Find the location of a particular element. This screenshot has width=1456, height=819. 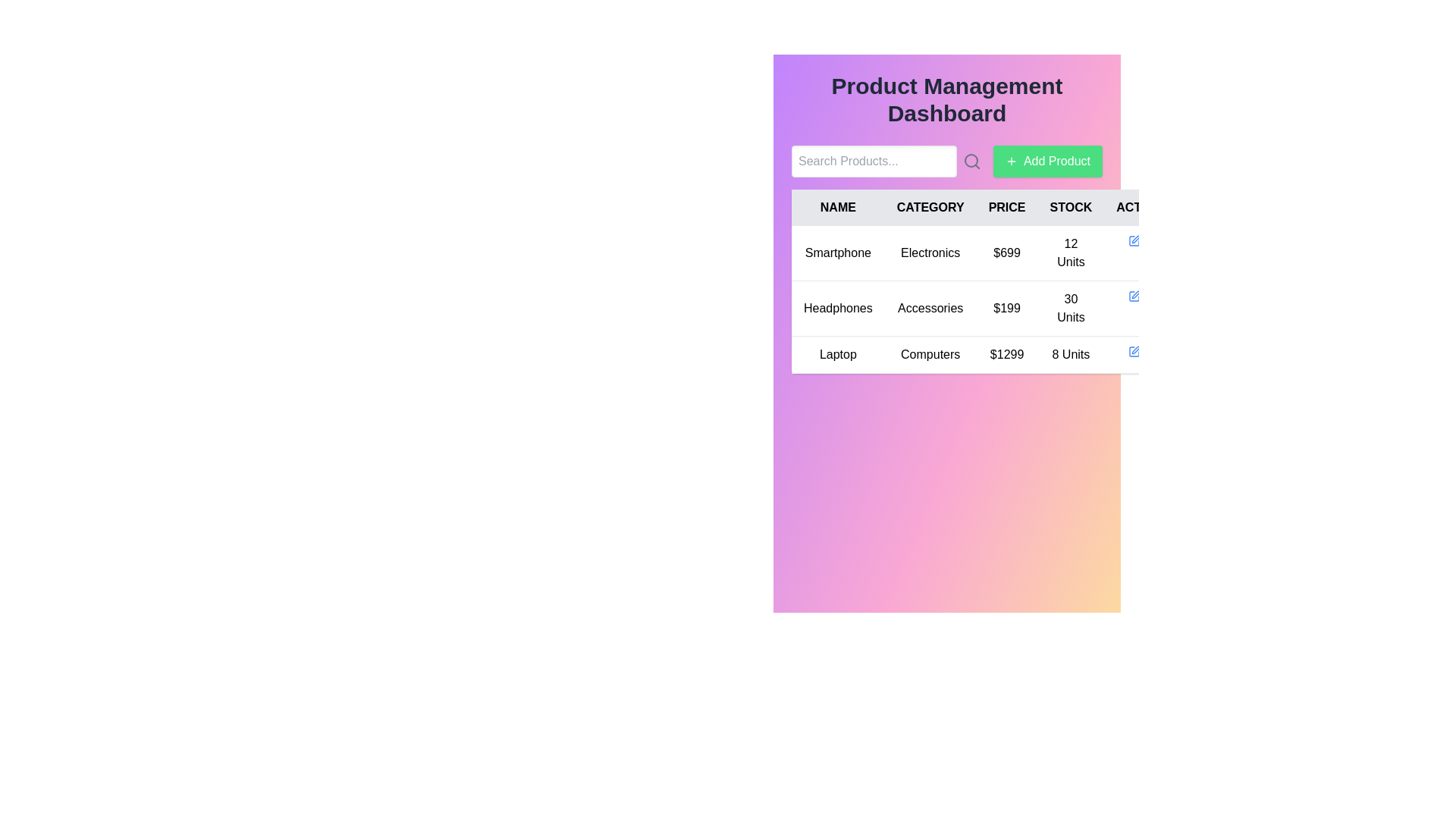

the 'Computers' label located in the CATEGORY column of the table interface, which is positioned in the third row and second column, adjacent to 'Laptop' and '$1299' is located at coordinates (930, 354).